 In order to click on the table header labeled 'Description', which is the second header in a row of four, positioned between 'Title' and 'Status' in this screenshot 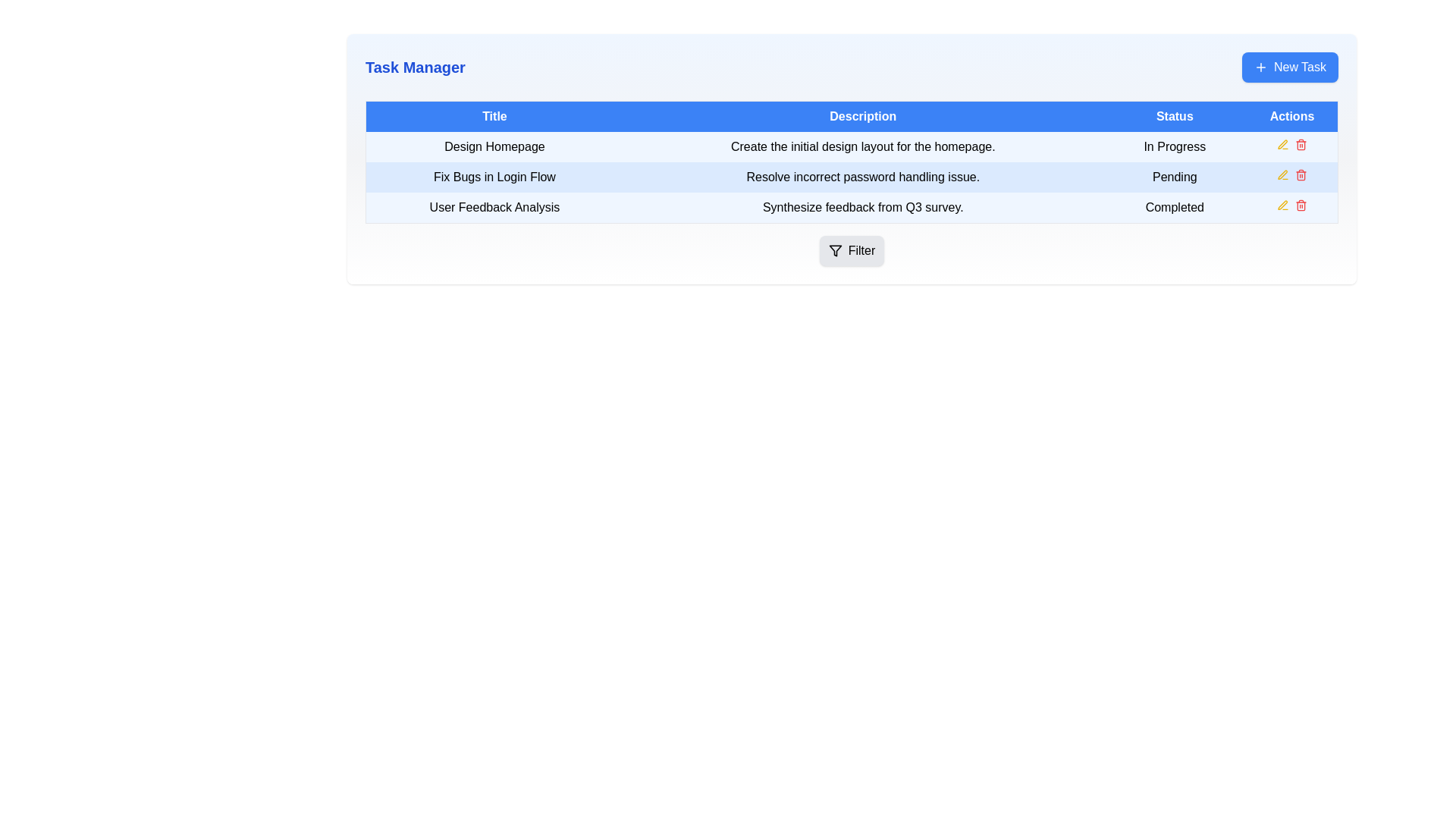, I will do `click(863, 115)`.